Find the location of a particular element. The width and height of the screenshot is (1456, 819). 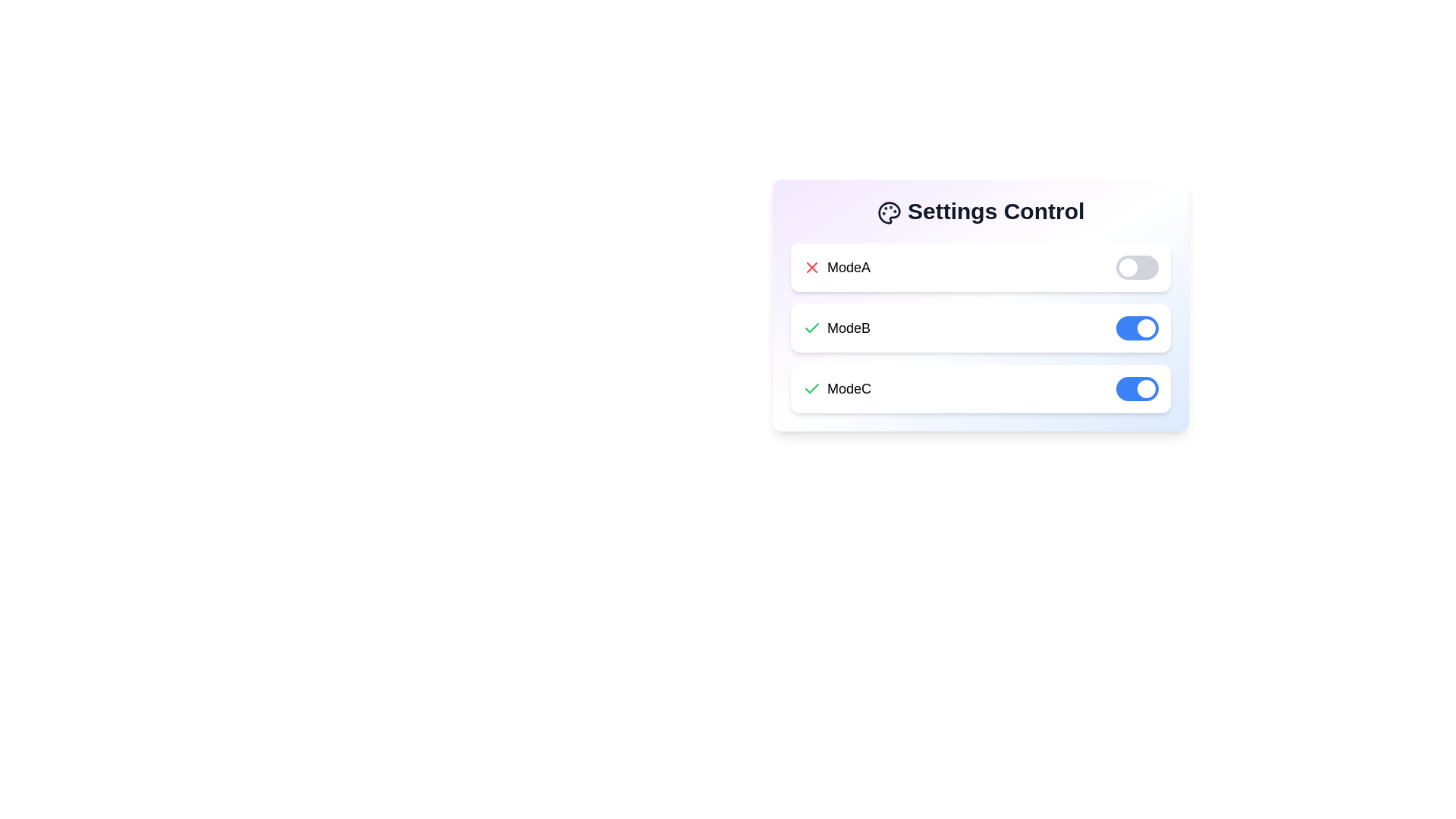

the 'ModeA' settings item with toggle switch located at the top of the vertically stacked list of settings items is located at coordinates (981, 267).